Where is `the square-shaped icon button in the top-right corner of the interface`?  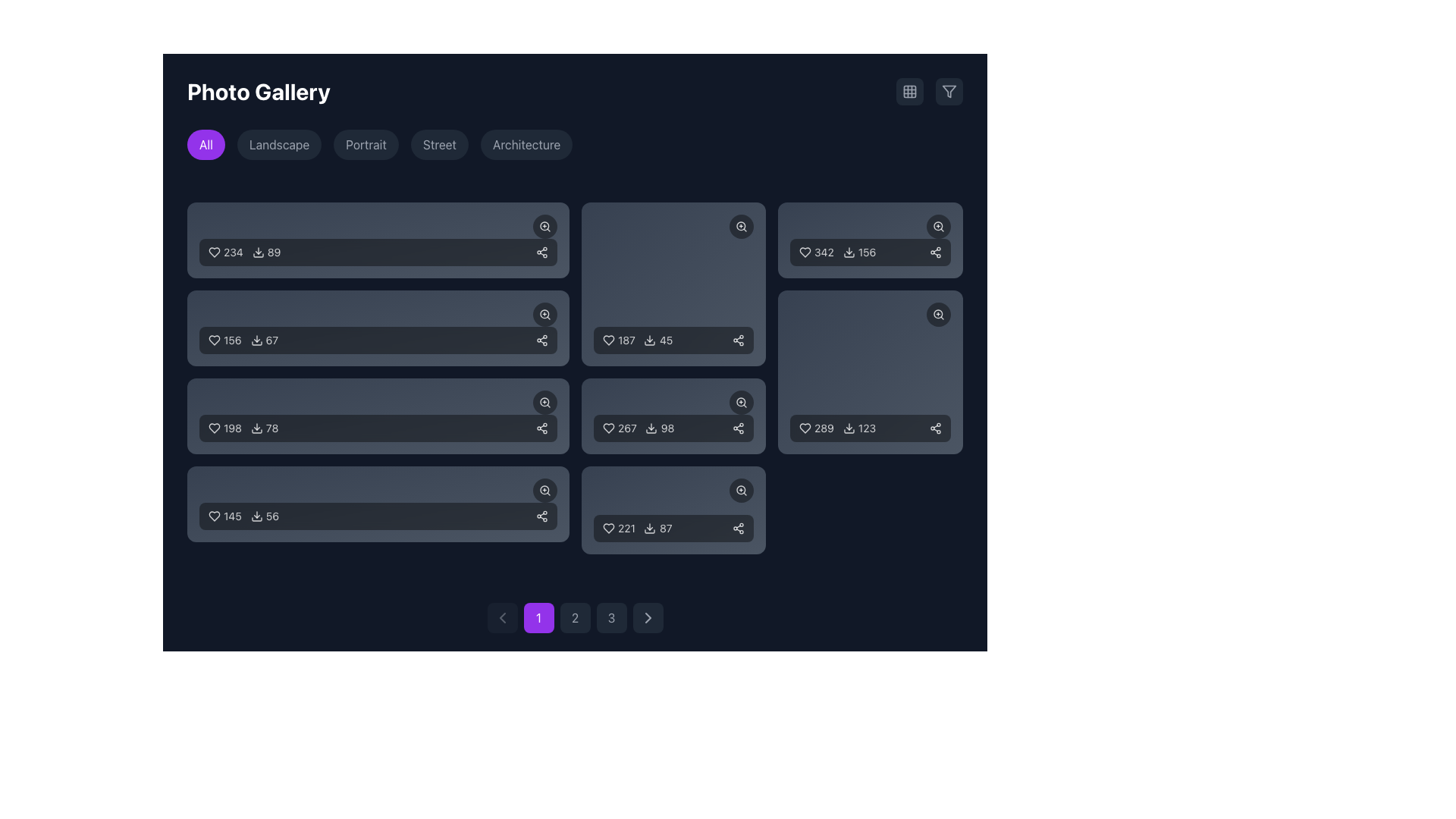 the square-shaped icon button in the top-right corner of the interface is located at coordinates (910, 91).